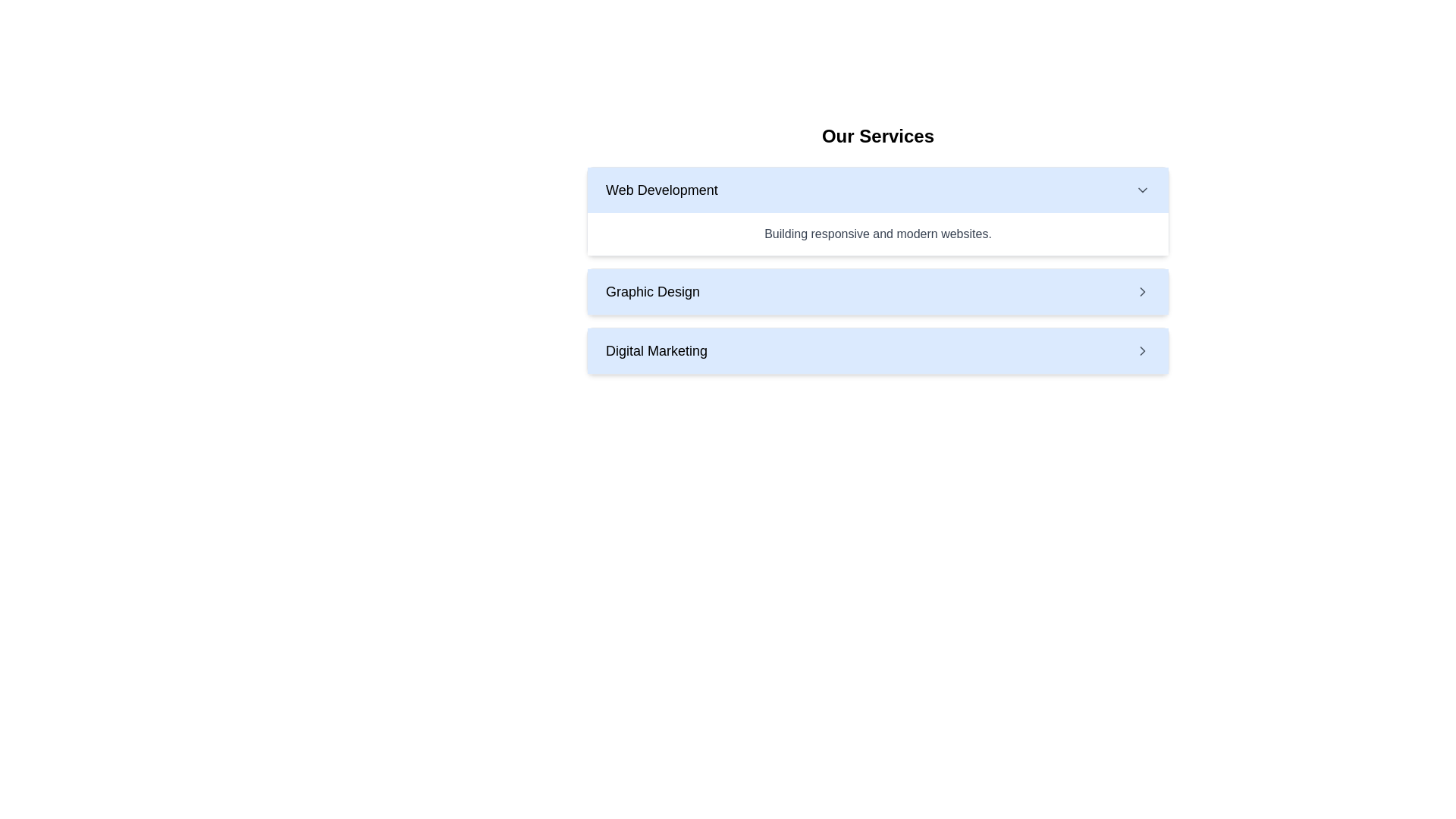 The height and width of the screenshot is (819, 1456). What do you see at coordinates (877, 292) in the screenshot?
I see `the second interactive panel for Graphic Design services, which is centrally located between Web Development and Digital Marketing panels` at bounding box center [877, 292].